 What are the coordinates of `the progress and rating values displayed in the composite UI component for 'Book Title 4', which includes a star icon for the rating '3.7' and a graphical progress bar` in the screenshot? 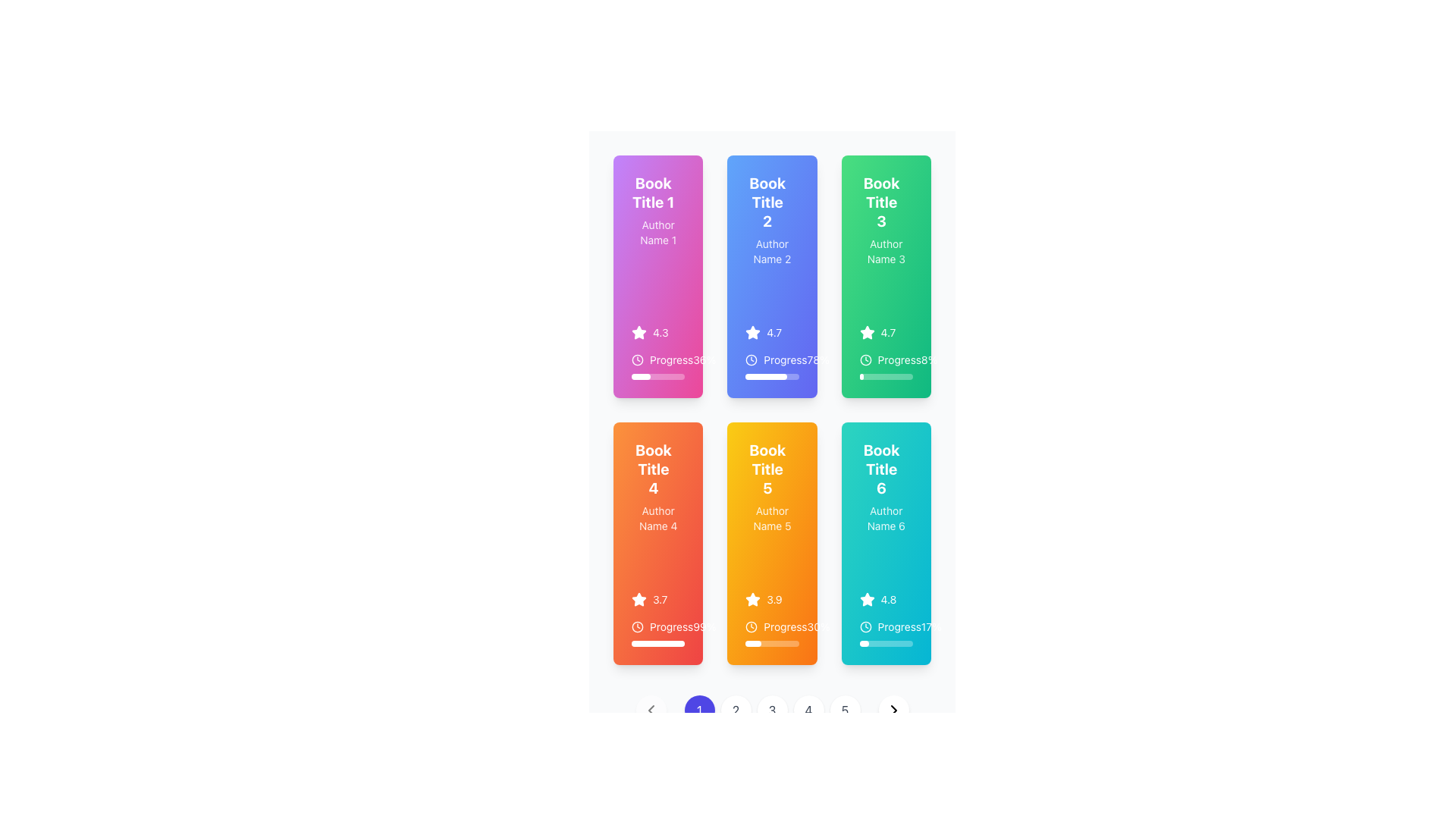 It's located at (658, 620).